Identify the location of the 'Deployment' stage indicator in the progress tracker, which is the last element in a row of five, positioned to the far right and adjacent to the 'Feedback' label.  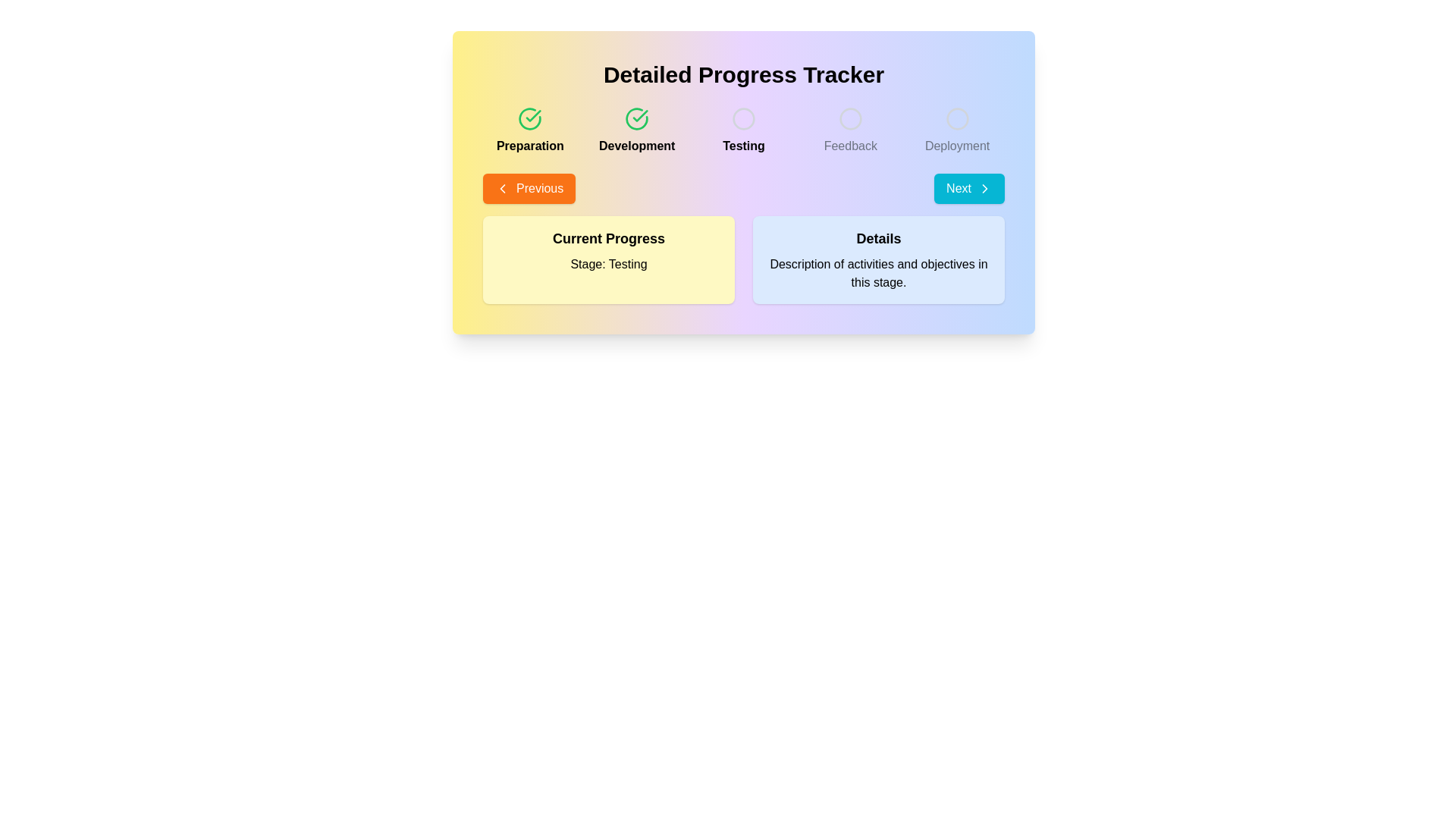
(956, 130).